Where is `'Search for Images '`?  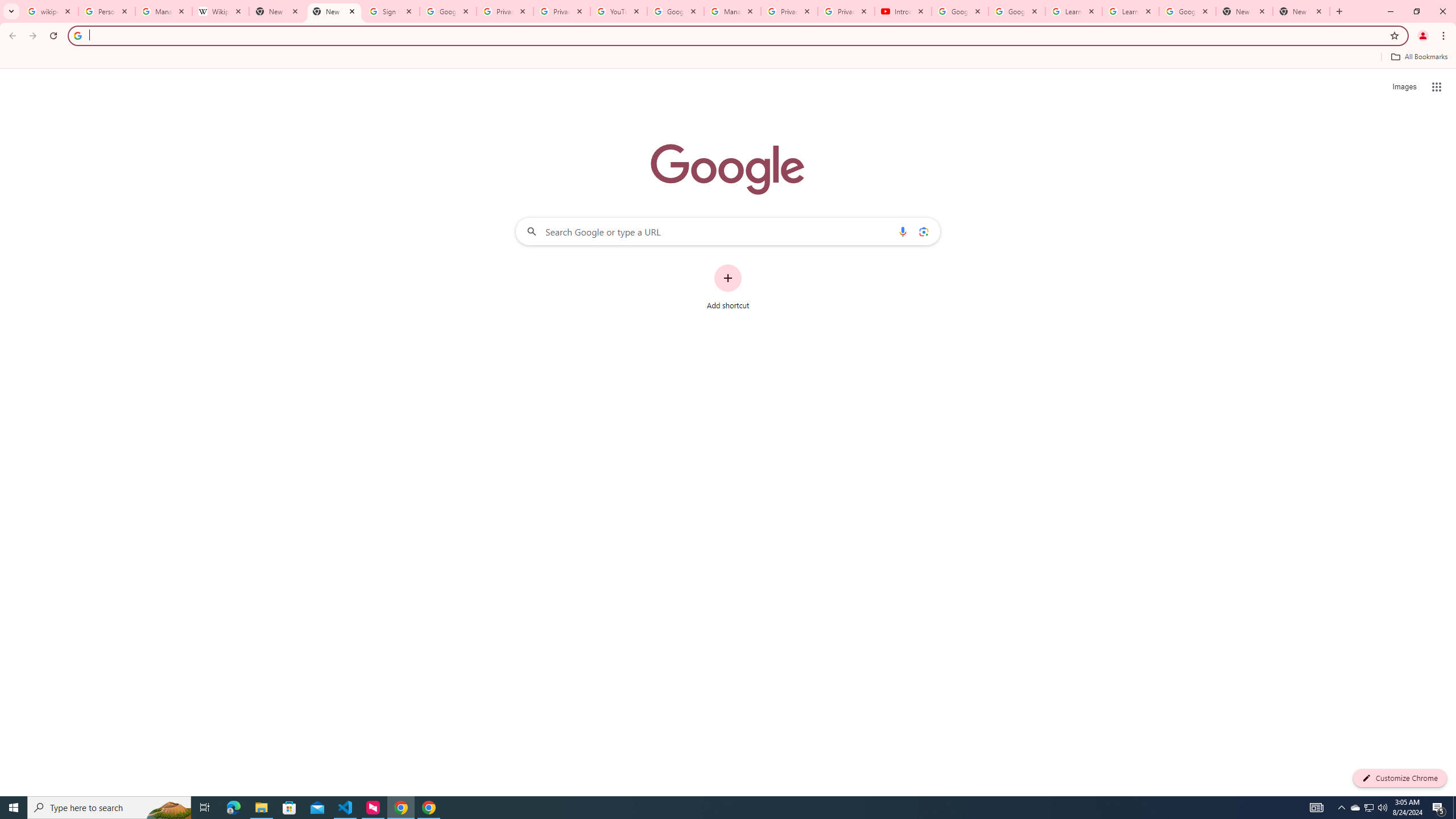 'Search for Images ' is located at coordinates (1404, 87).